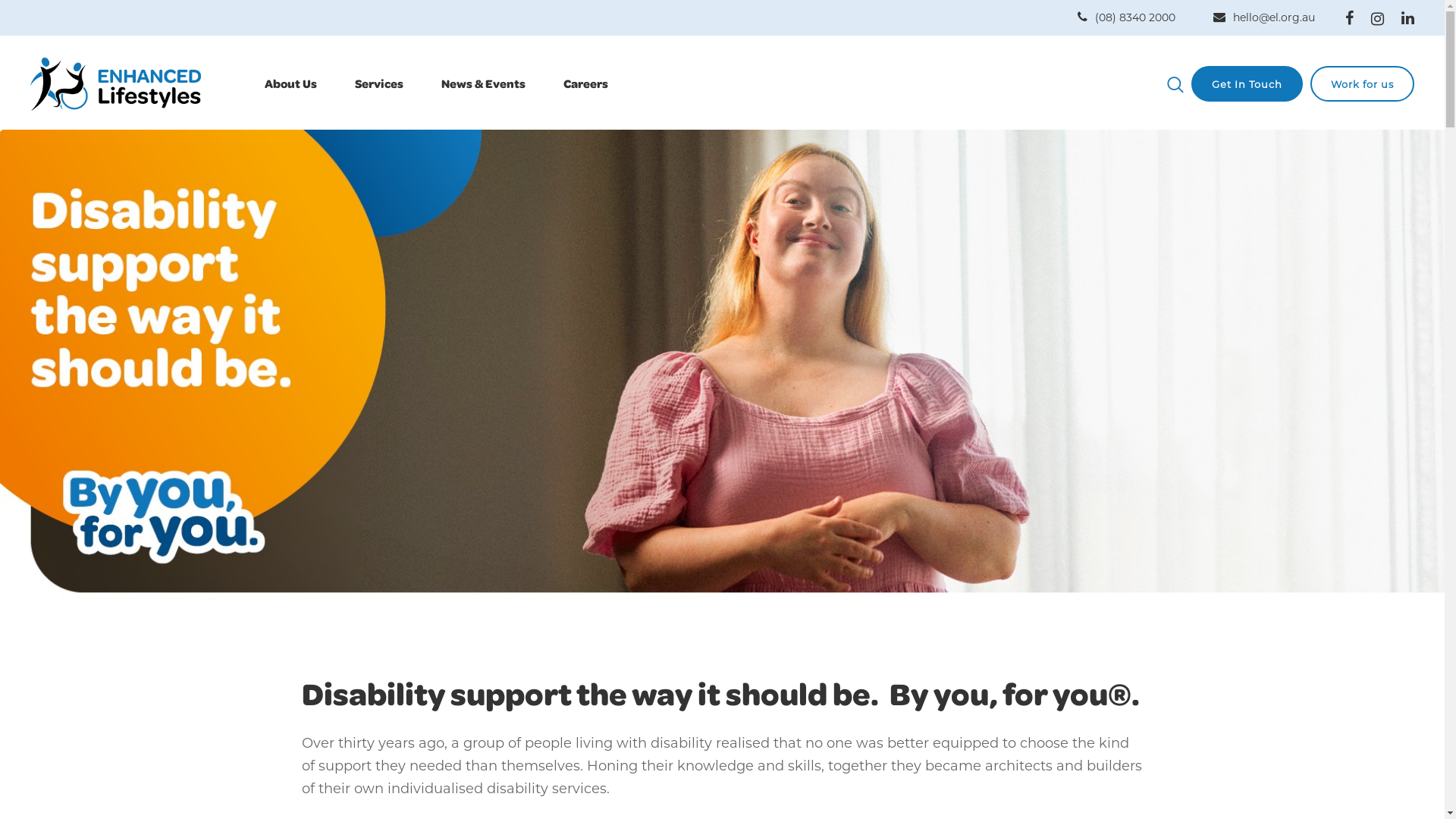  Describe the element at coordinates (1407, 17) in the screenshot. I see `'Linkedin'` at that location.